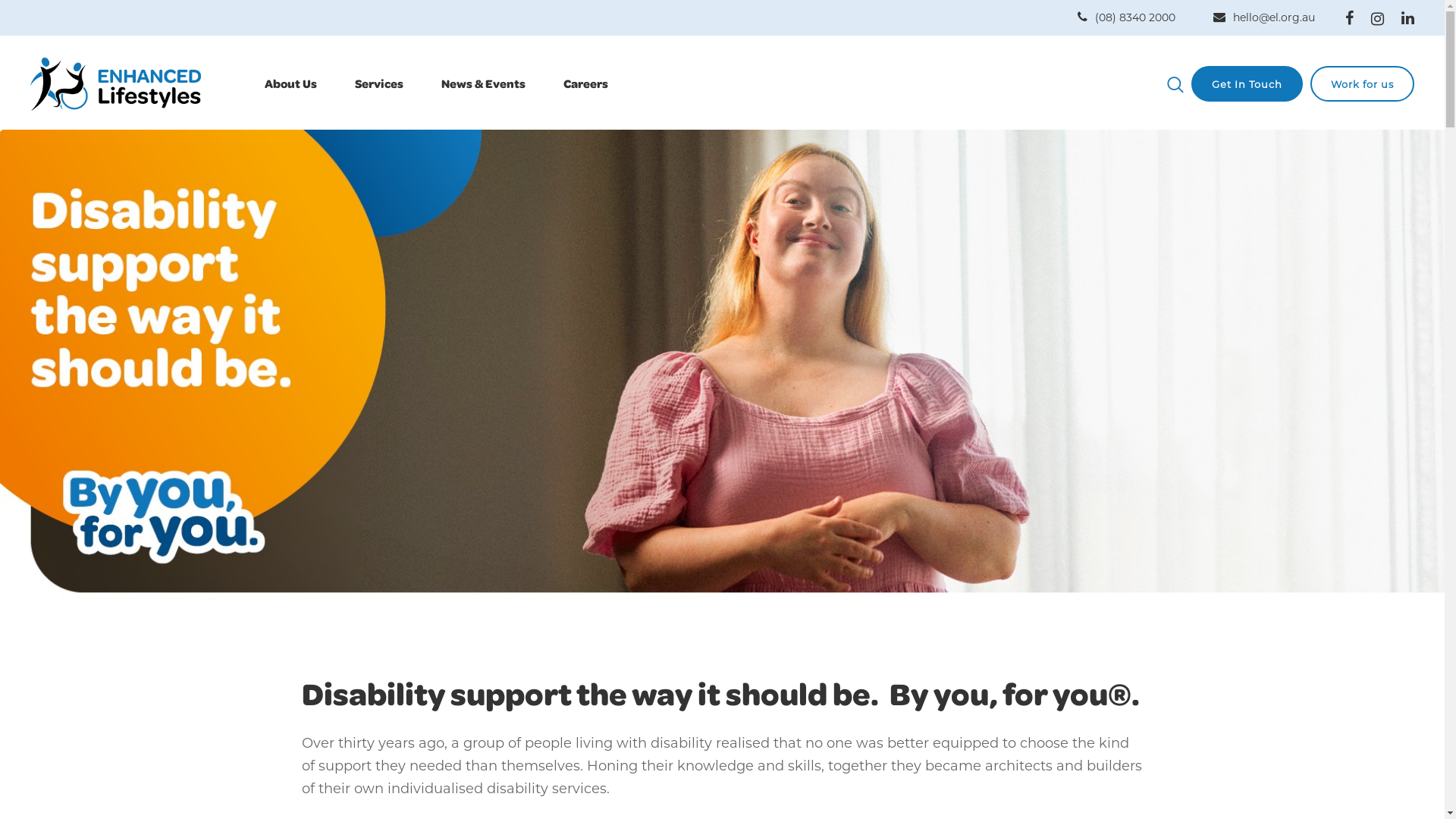  Describe the element at coordinates (1407, 17) in the screenshot. I see `'Linkedin'` at that location.